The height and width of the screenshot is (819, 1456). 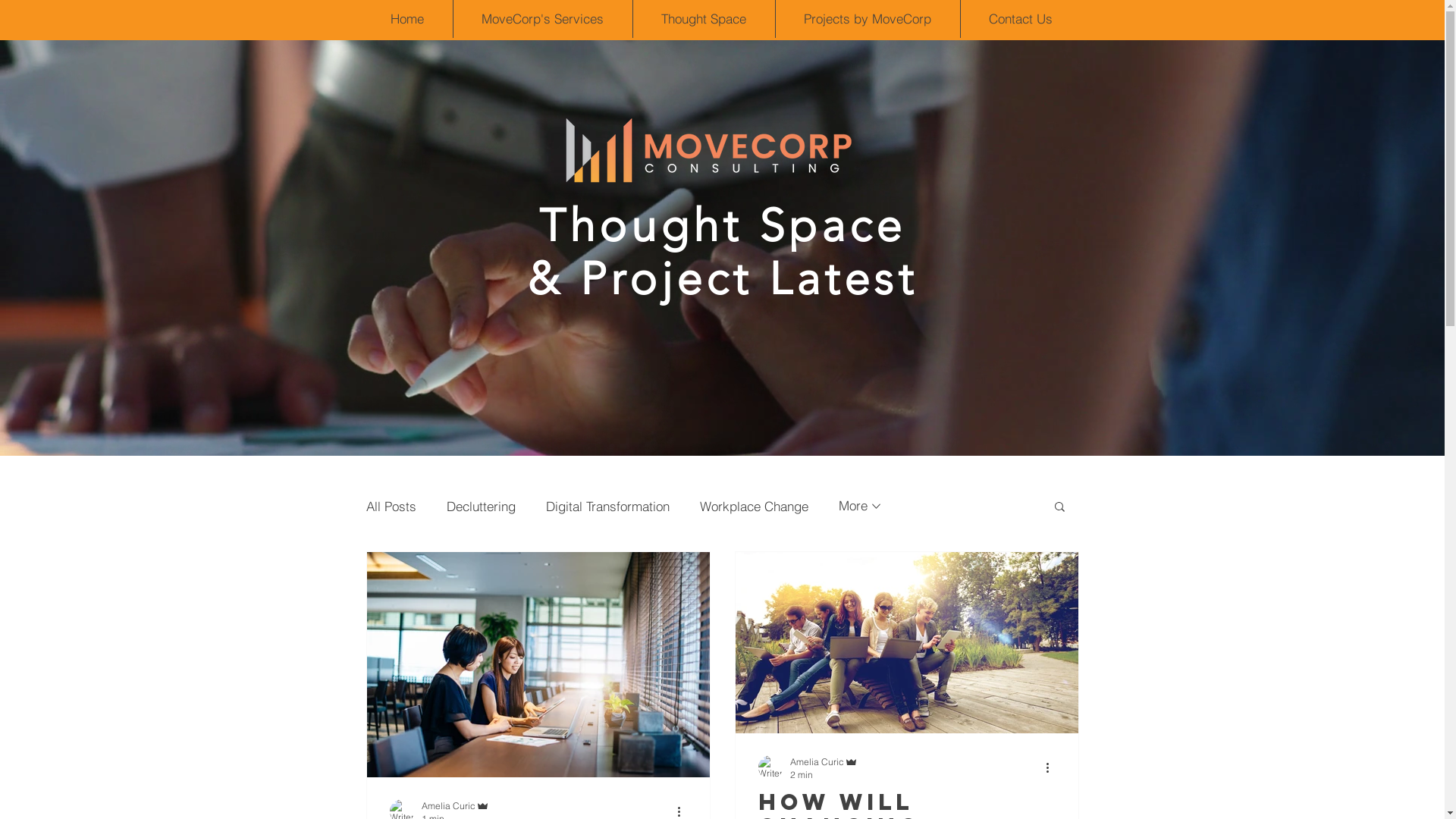 What do you see at coordinates (867, 18) in the screenshot?
I see `'Projects by MoveCorp'` at bounding box center [867, 18].